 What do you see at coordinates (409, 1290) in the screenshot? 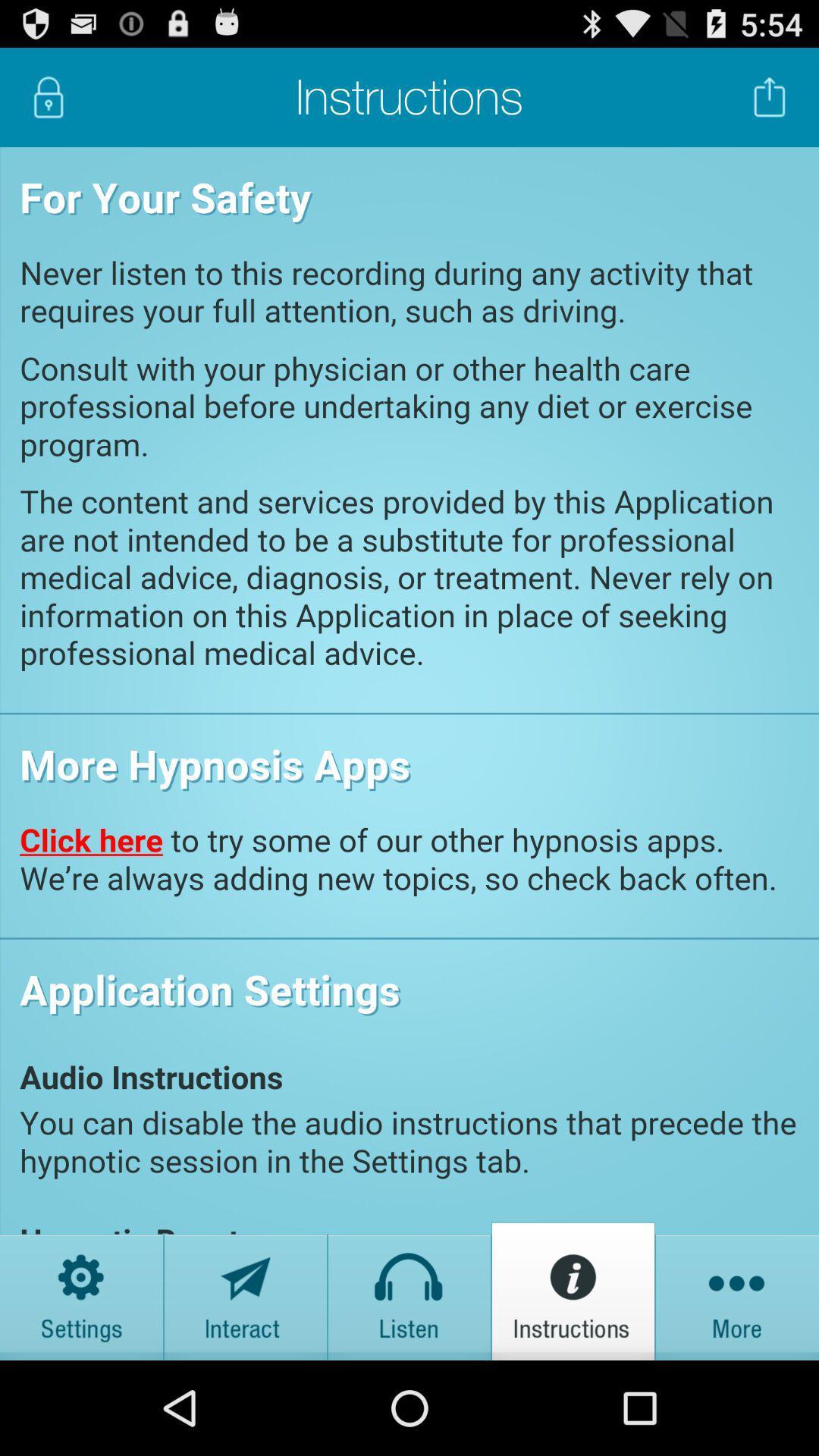
I see `the listen tab` at bounding box center [409, 1290].